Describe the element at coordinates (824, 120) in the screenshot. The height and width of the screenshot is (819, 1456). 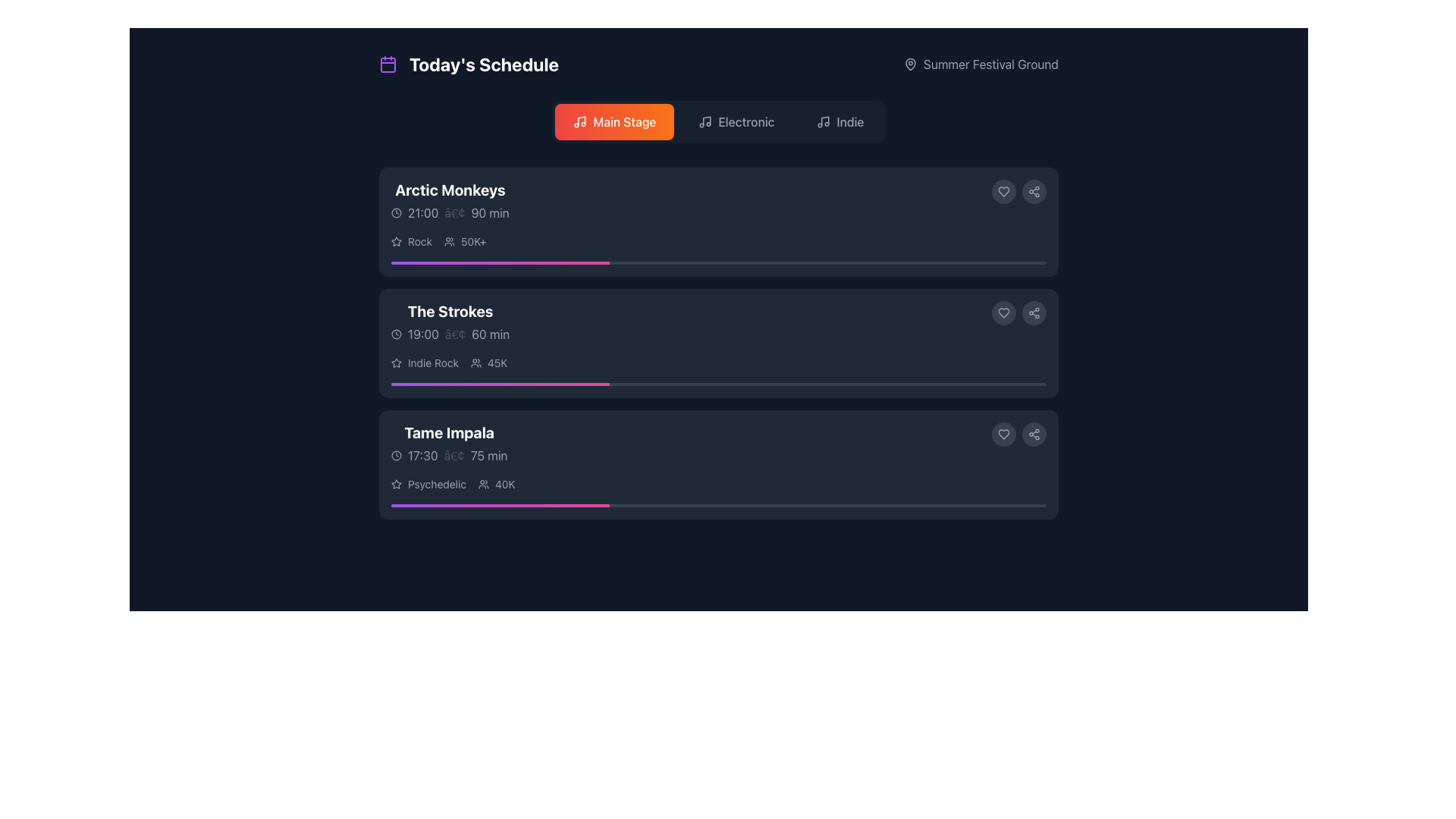
I see `vertical line of the music note icon located in the top navigation area under the 'Indie' category button by opening the developer tools` at that location.